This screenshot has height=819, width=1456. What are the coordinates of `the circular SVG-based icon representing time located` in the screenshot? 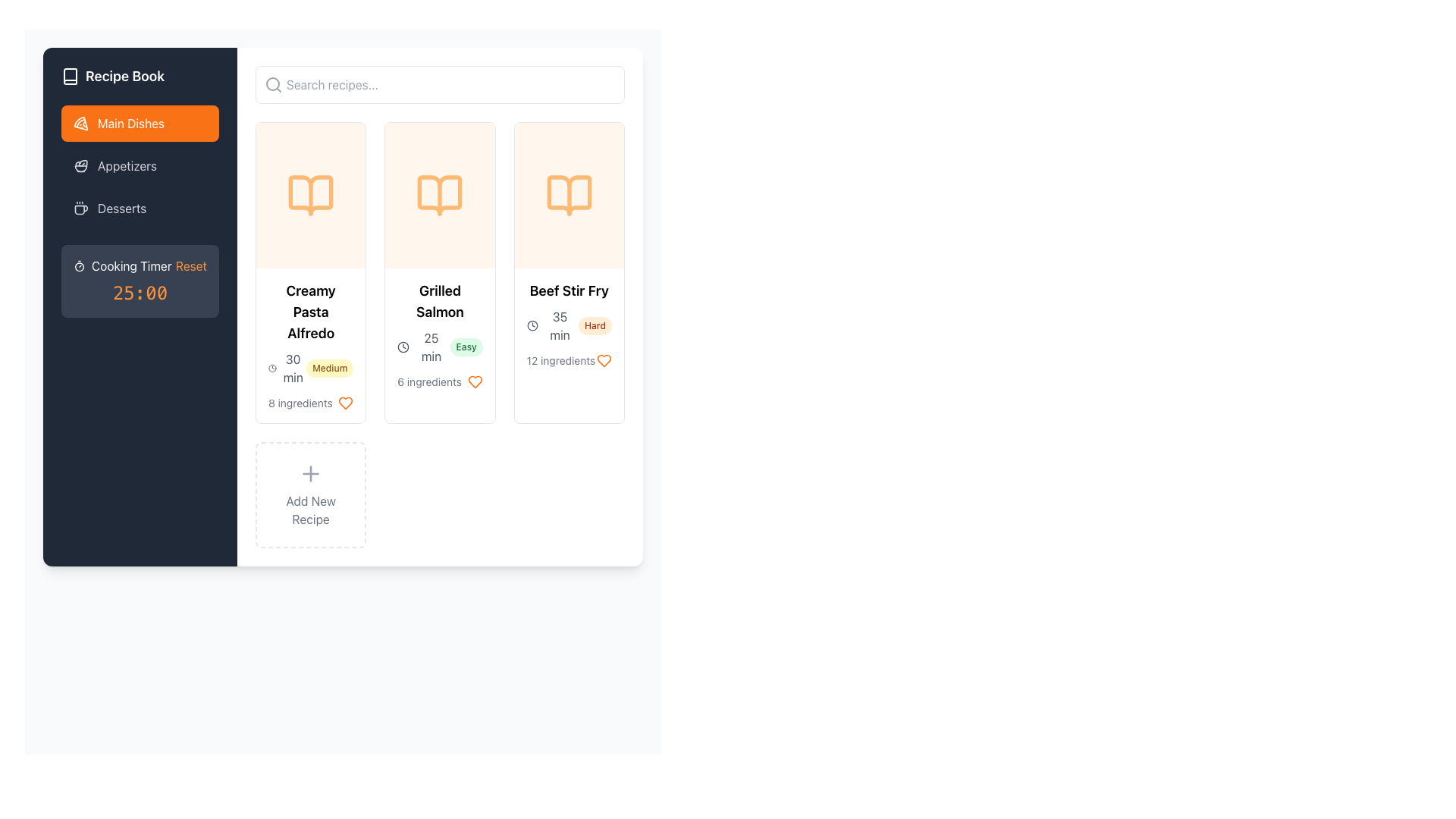 It's located at (403, 347).